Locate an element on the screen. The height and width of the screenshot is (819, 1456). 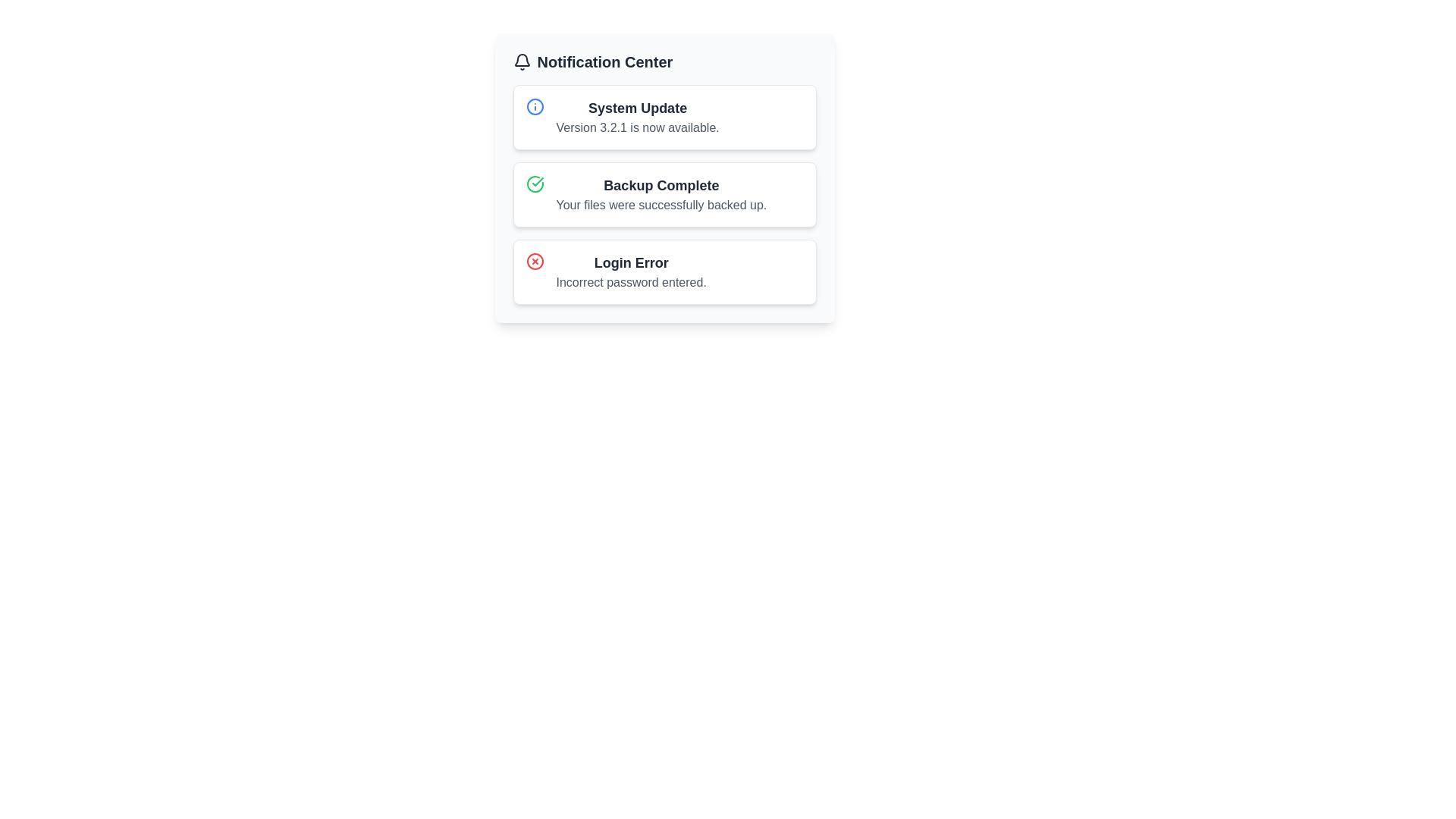
textual notification about the system update indicating version 3.2.1, located at the top of the Notification Center is located at coordinates (638, 116).